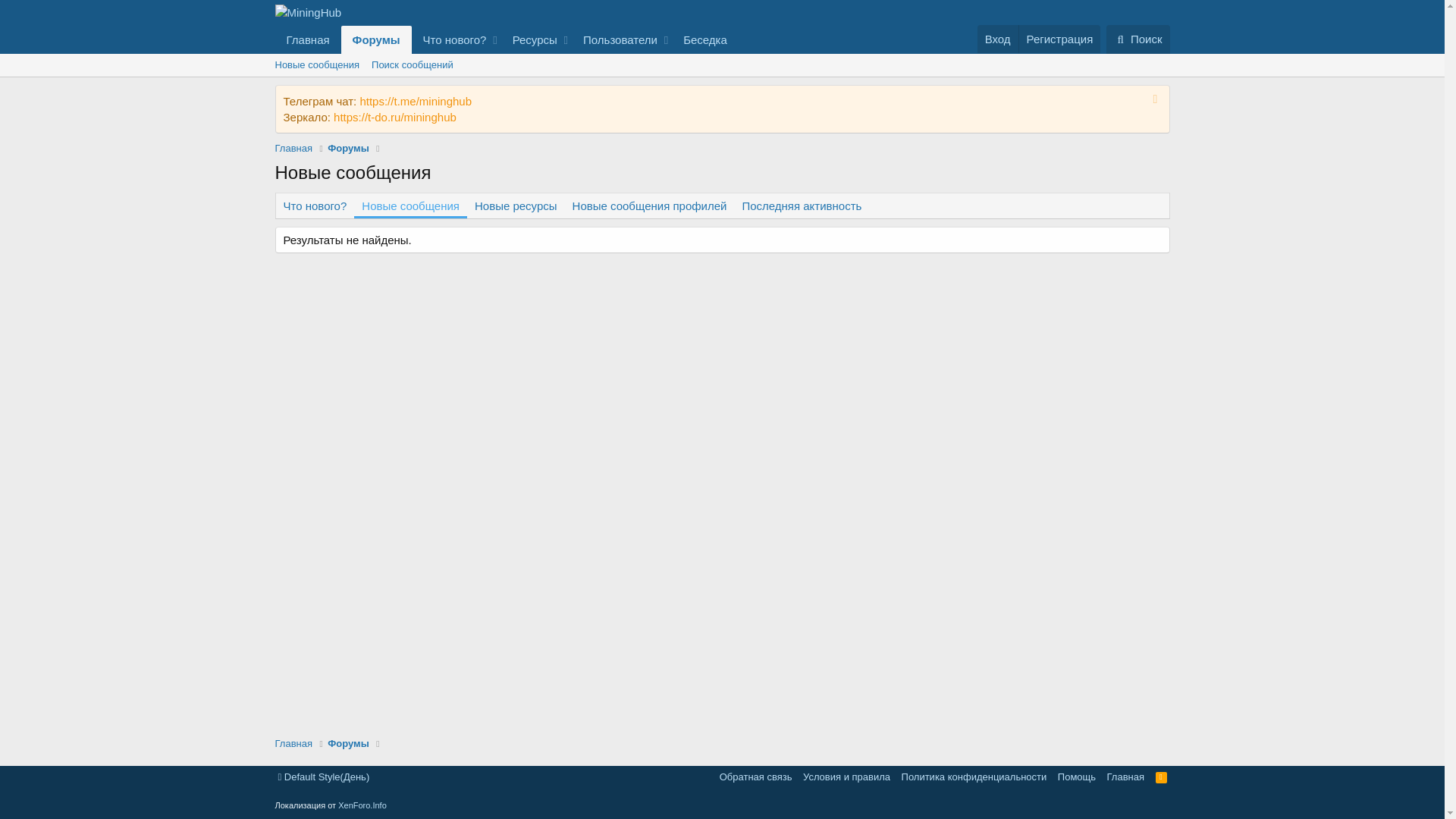 The width and height of the screenshot is (1456, 819). I want to click on 'XenForo.Info', so click(362, 804).